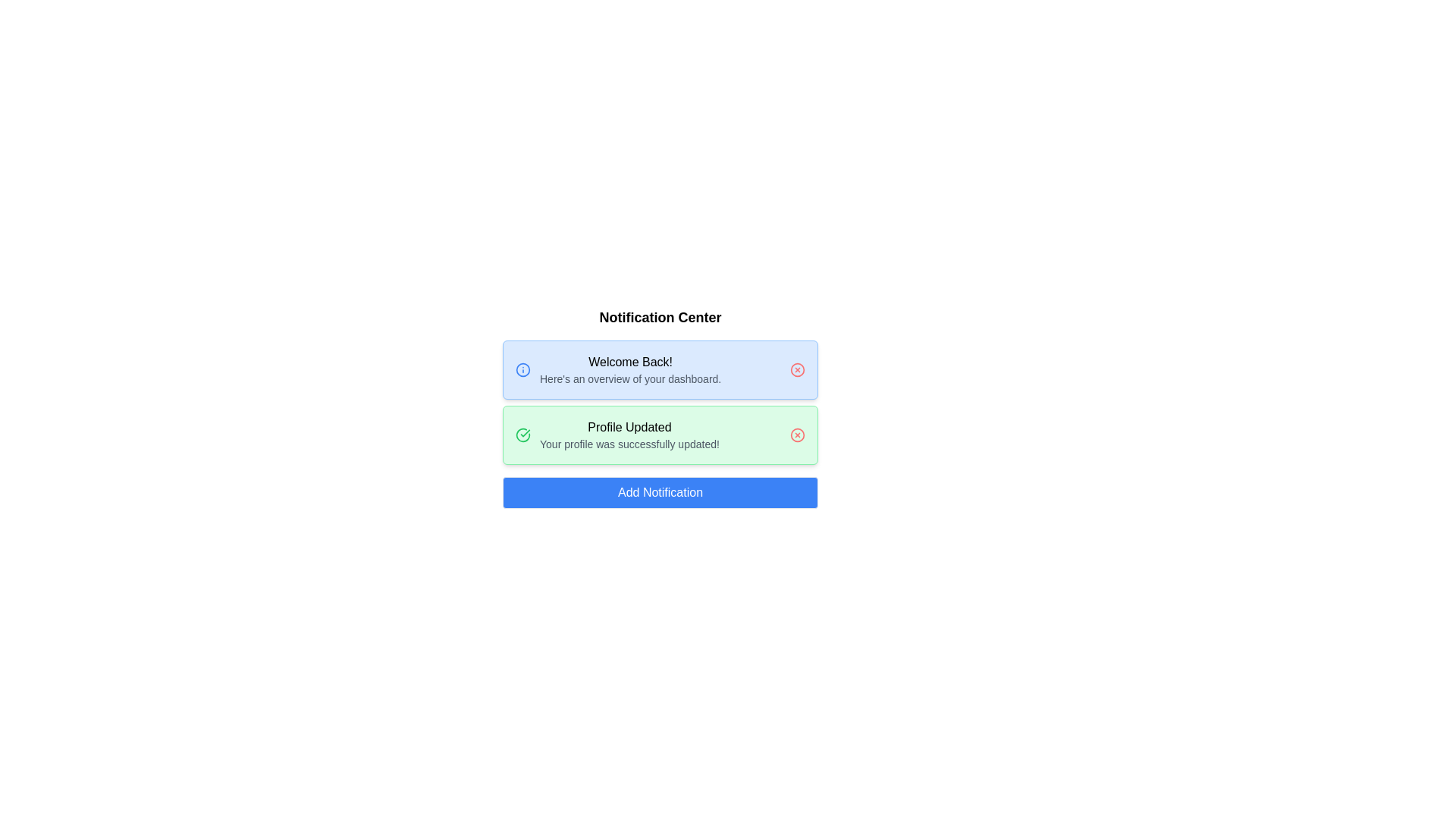 The image size is (1456, 819). I want to click on the static text label displaying 'Profile Updated', which is centrally positioned in the second notification box with a green background, so click(629, 427).